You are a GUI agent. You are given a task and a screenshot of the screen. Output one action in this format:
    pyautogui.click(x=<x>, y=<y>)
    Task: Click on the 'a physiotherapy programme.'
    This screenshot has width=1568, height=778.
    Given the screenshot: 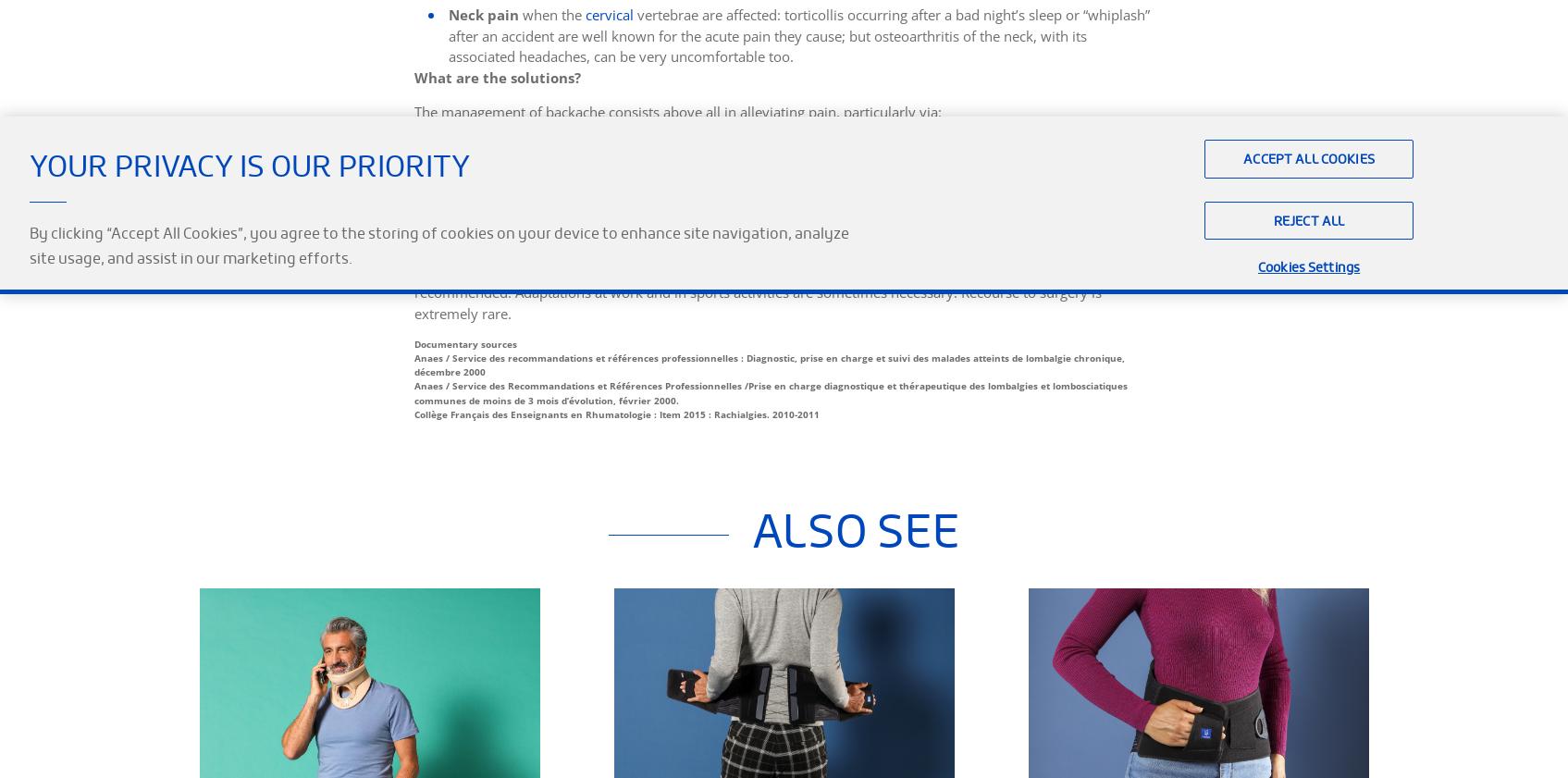 What is the action you would take?
    pyautogui.click(x=447, y=215)
    